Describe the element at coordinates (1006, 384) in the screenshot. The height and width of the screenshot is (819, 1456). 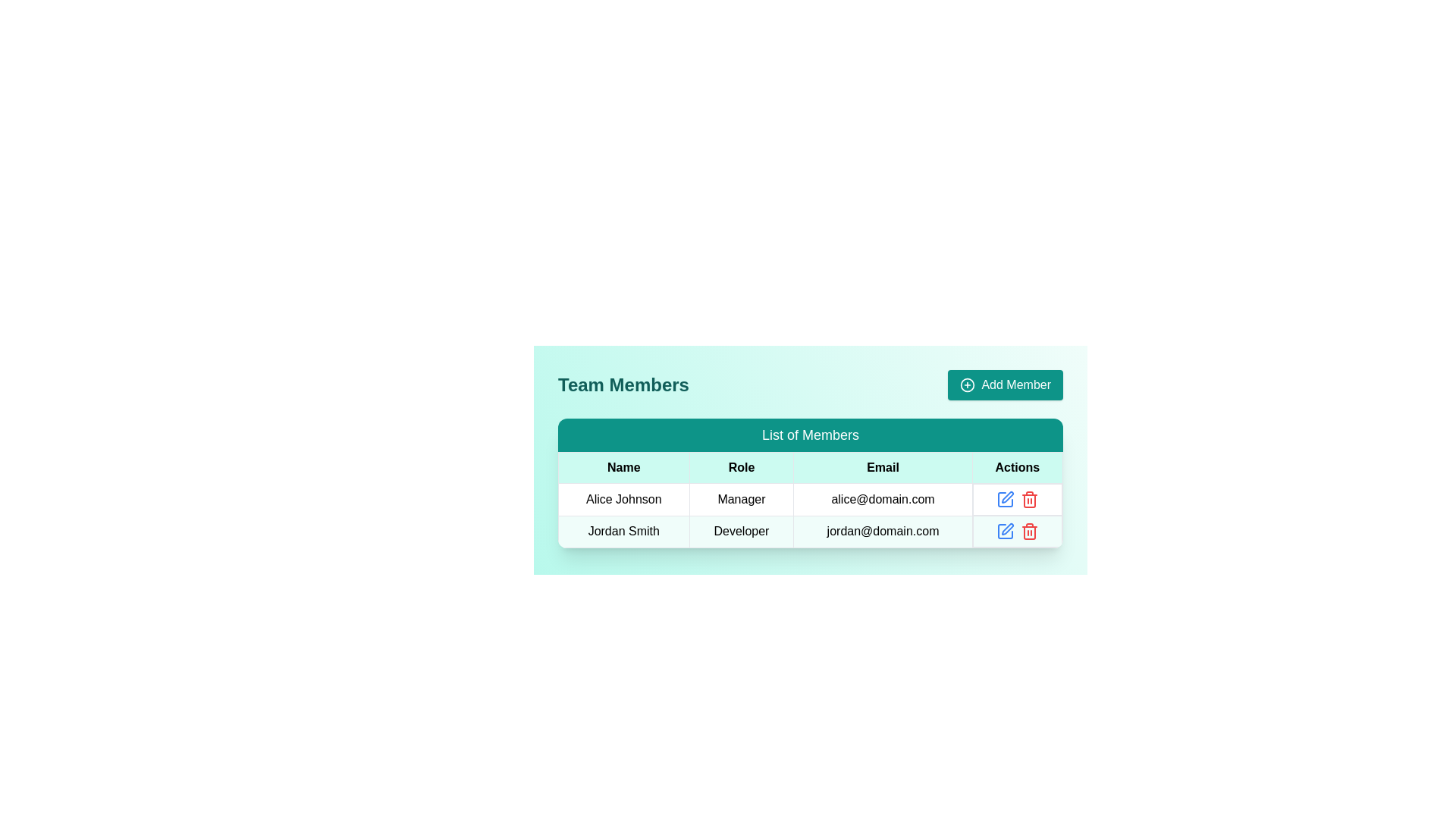
I see `the button located in the upper right section of the layout, next to the header text 'Team Members'` at that location.